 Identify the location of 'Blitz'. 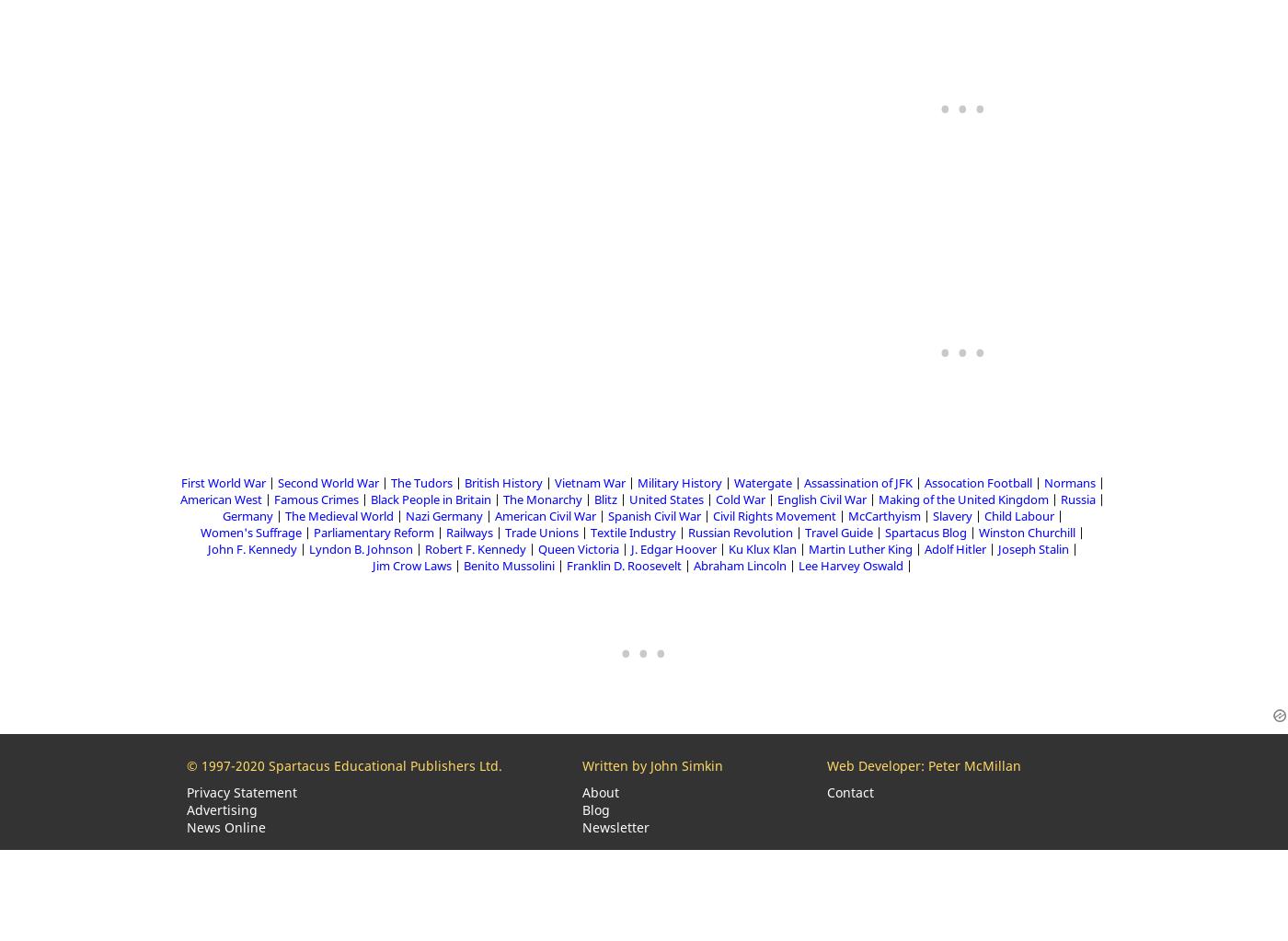
(605, 499).